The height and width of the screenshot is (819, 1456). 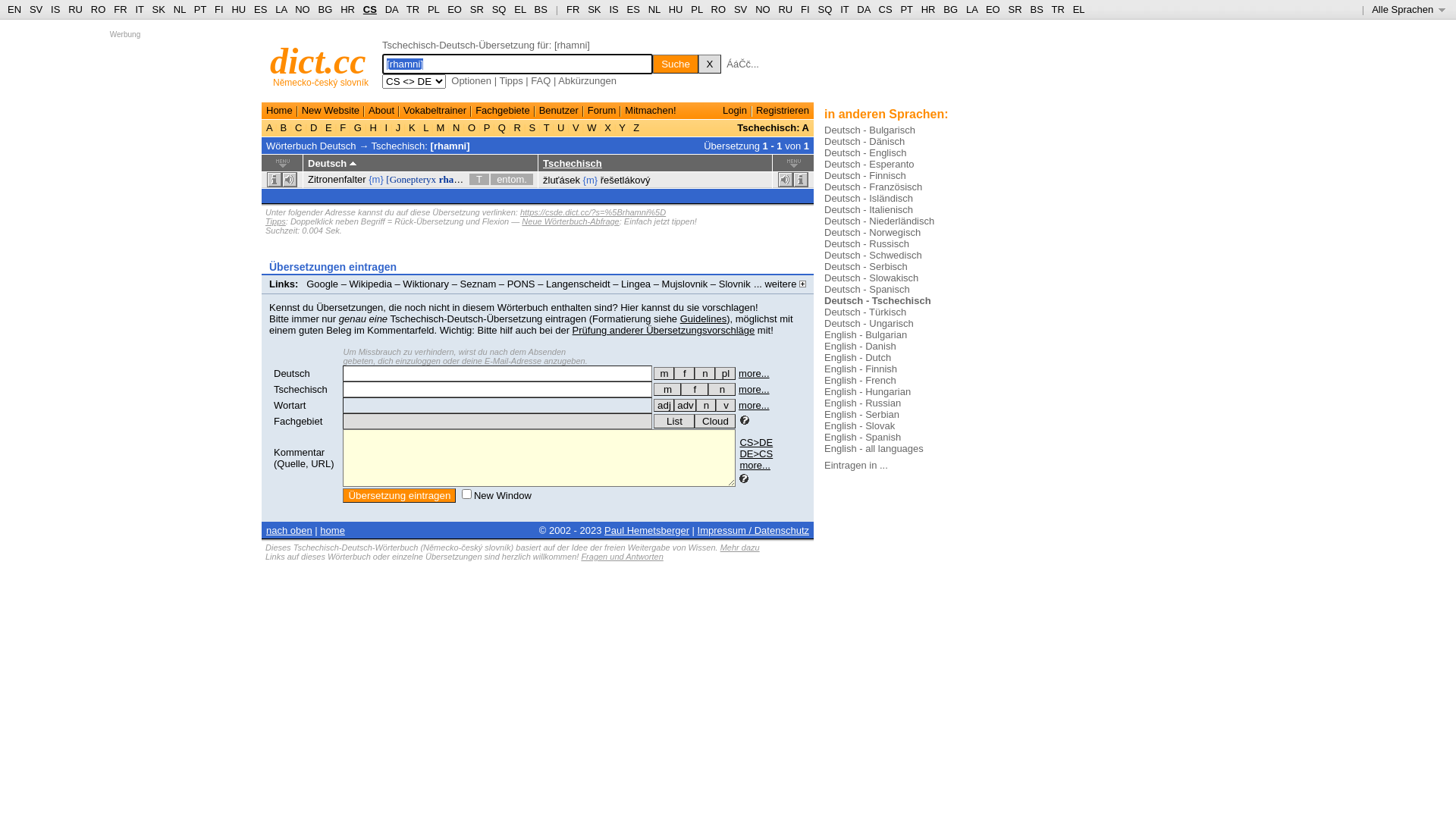 What do you see at coordinates (861, 414) in the screenshot?
I see `'English - Serbian'` at bounding box center [861, 414].